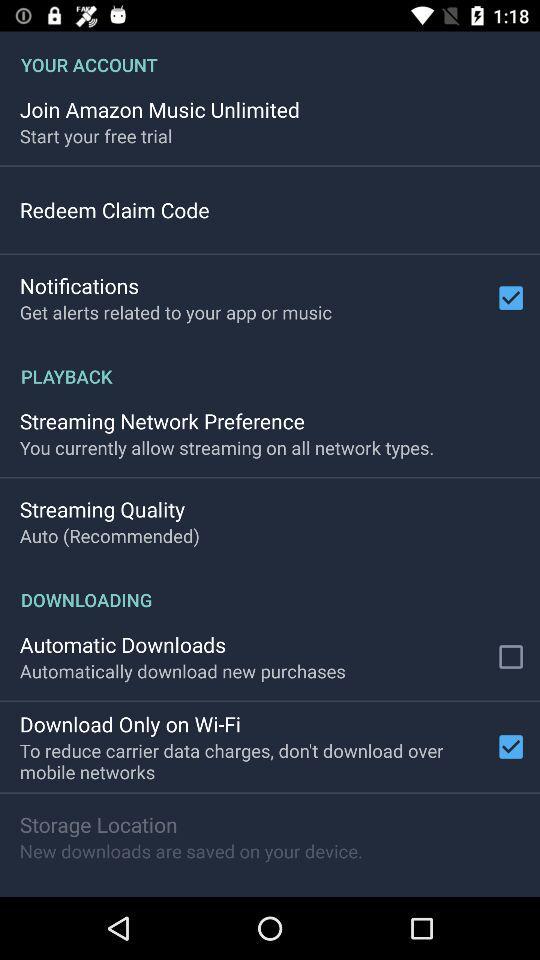 The image size is (540, 960). Describe the element at coordinates (270, 589) in the screenshot. I see `the downloading item` at that location.